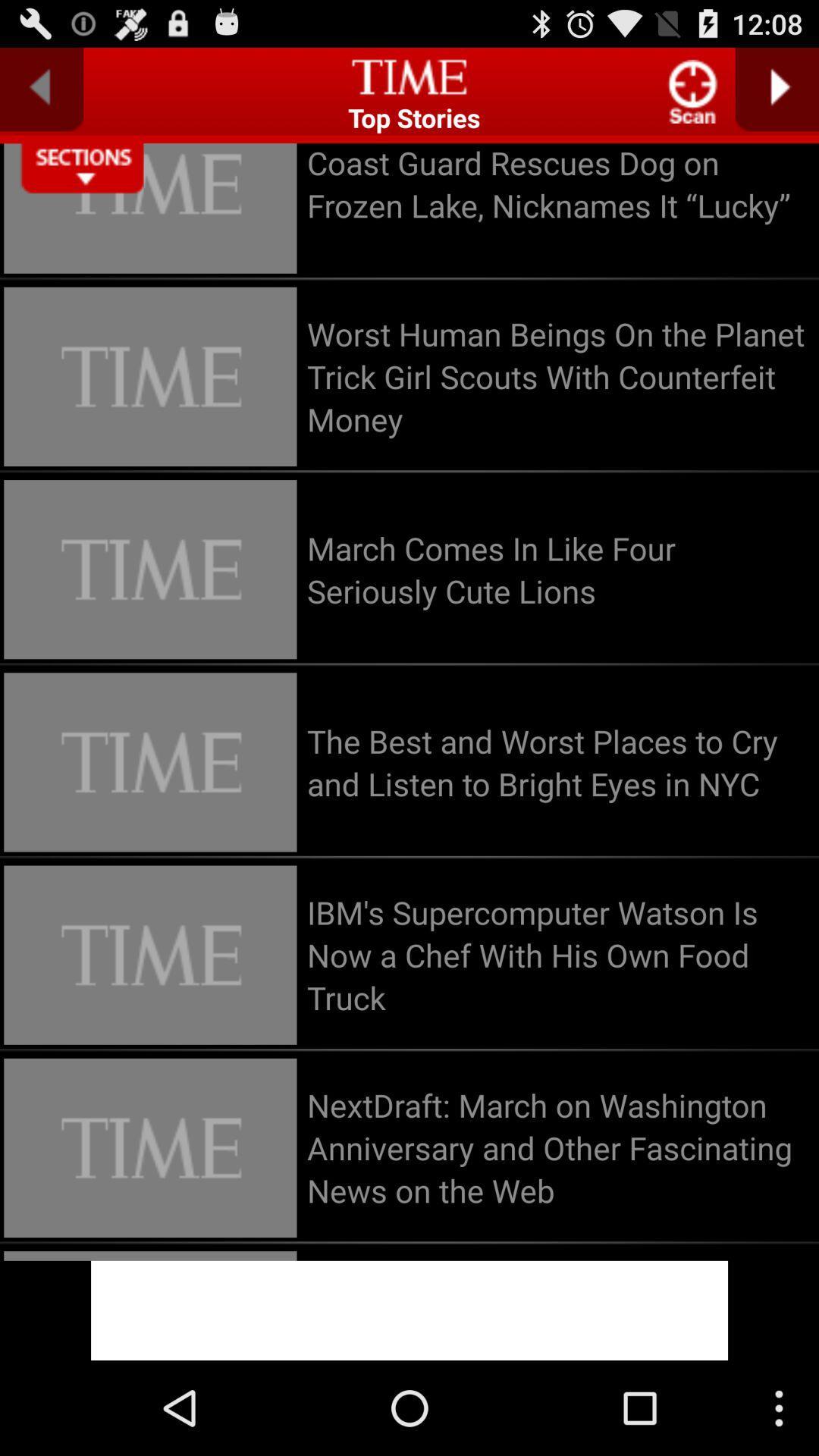  What do you see at coordinates (41, 89) in the screenshot?
I see `go back` at bounding box center [41, 89].